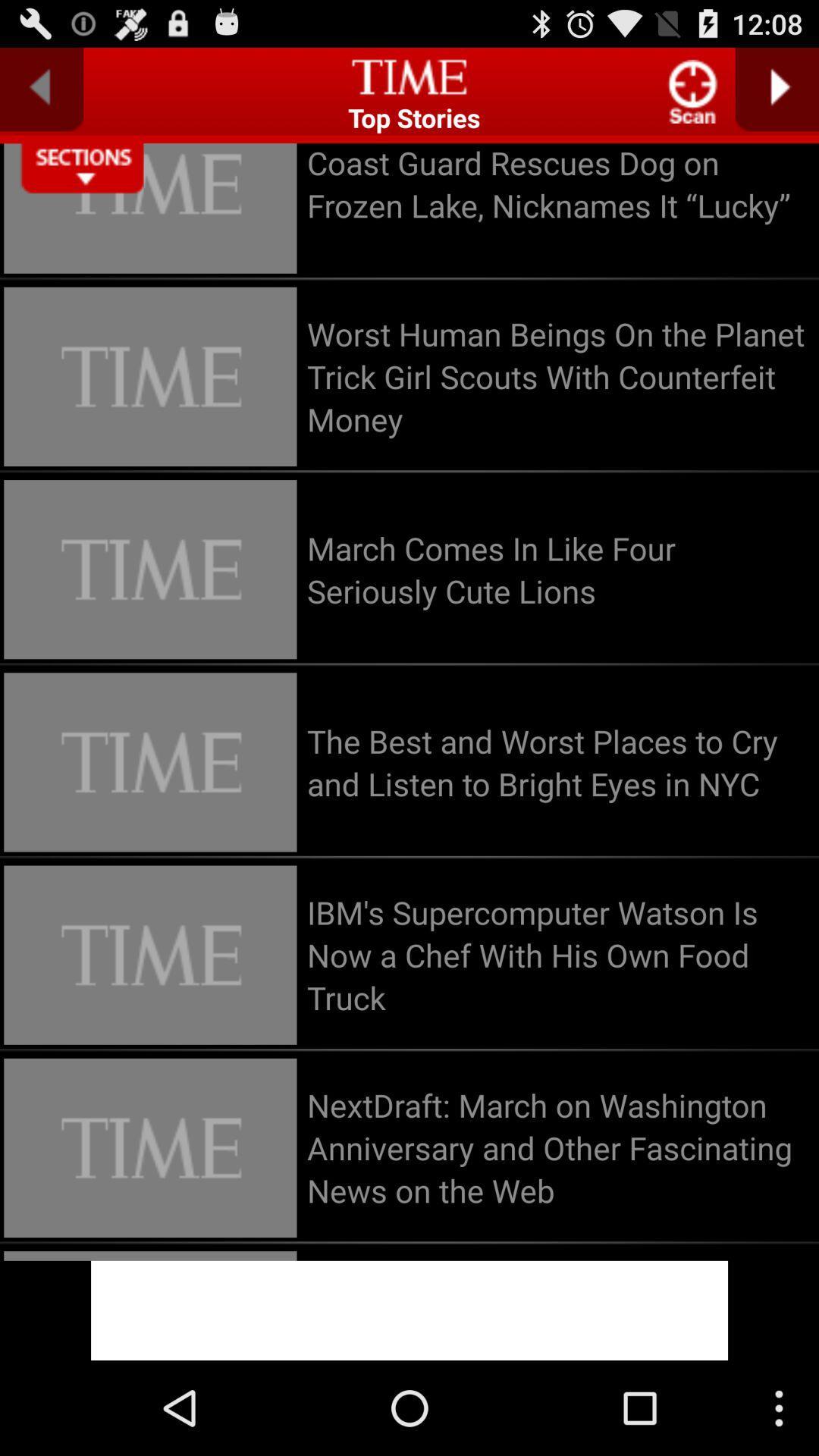  What do you see at coordinates (41, 89) in the screenshot?
I see `go back` at bounding box center [41, 89].